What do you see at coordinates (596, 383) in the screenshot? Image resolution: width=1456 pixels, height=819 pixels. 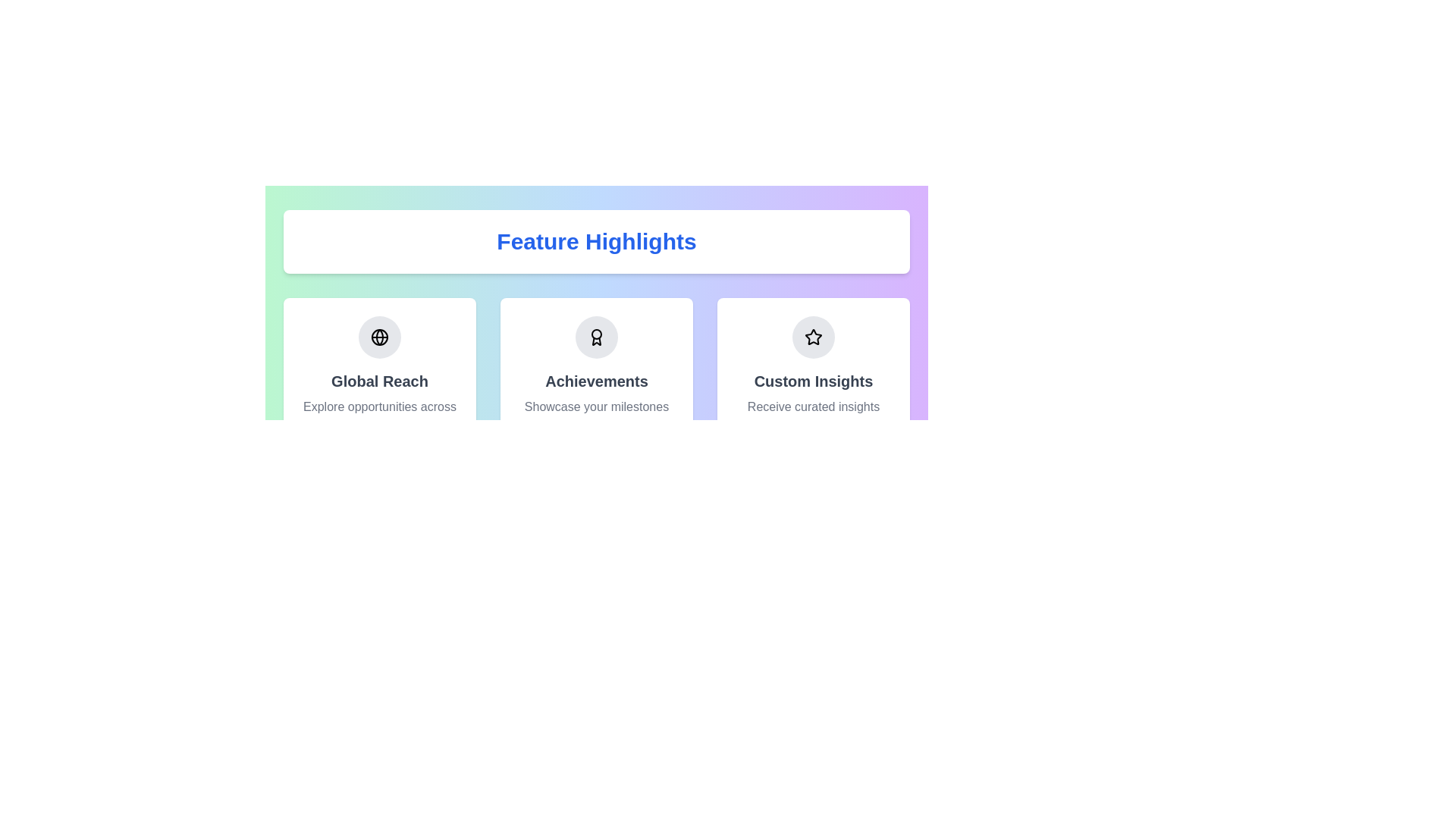 I see `the center of the Grid layout containing feature description cards to observe any hover effects on the sections ('Global Reach', 'Achievements', 'Custom Insights')` at bounding box center [596, 383].